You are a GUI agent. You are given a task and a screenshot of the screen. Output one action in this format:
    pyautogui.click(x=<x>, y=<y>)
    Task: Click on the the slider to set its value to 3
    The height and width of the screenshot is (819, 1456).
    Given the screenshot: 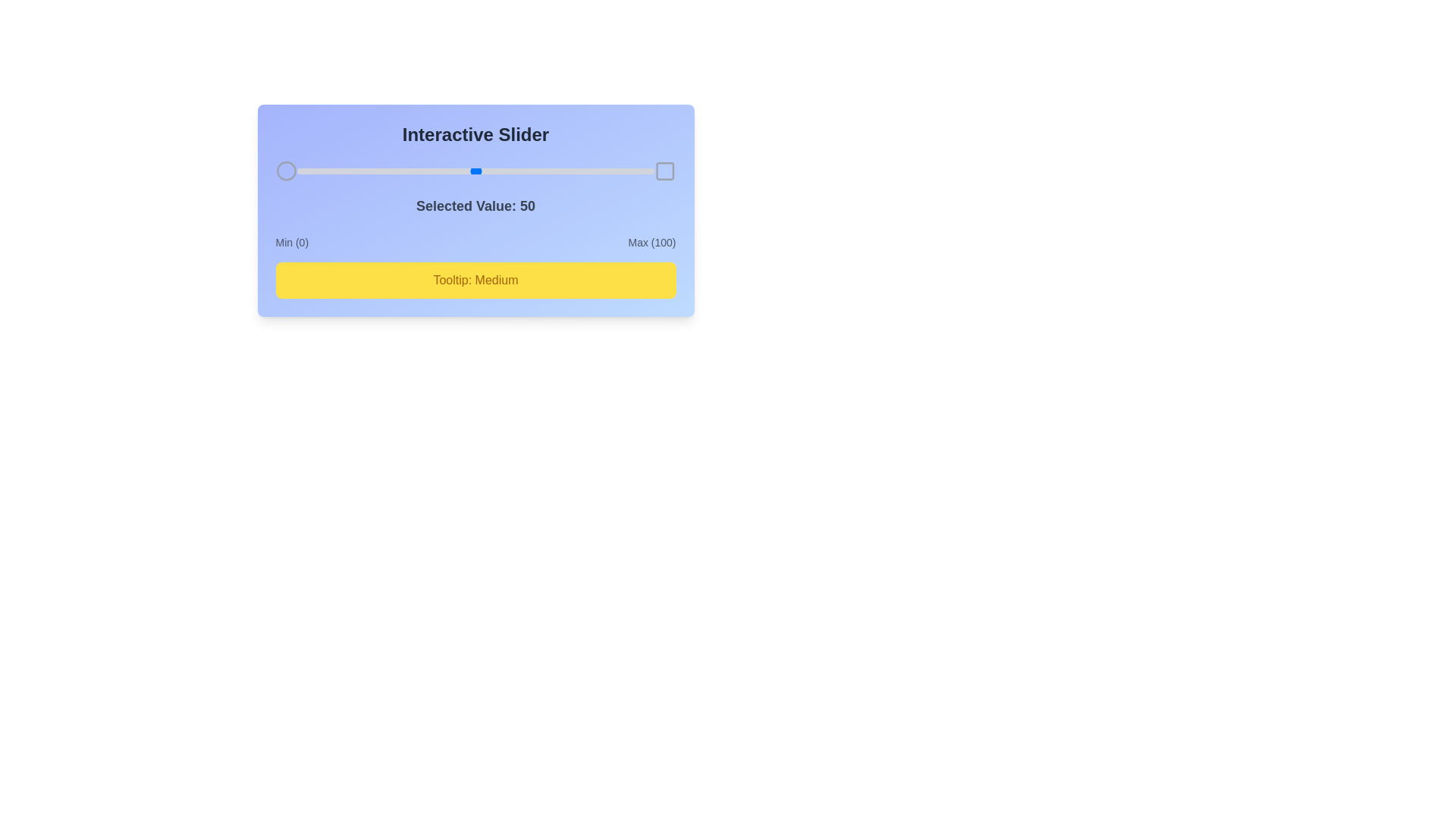 What is the action you would take?
    pyautogui.click(x=307, y=171)
    